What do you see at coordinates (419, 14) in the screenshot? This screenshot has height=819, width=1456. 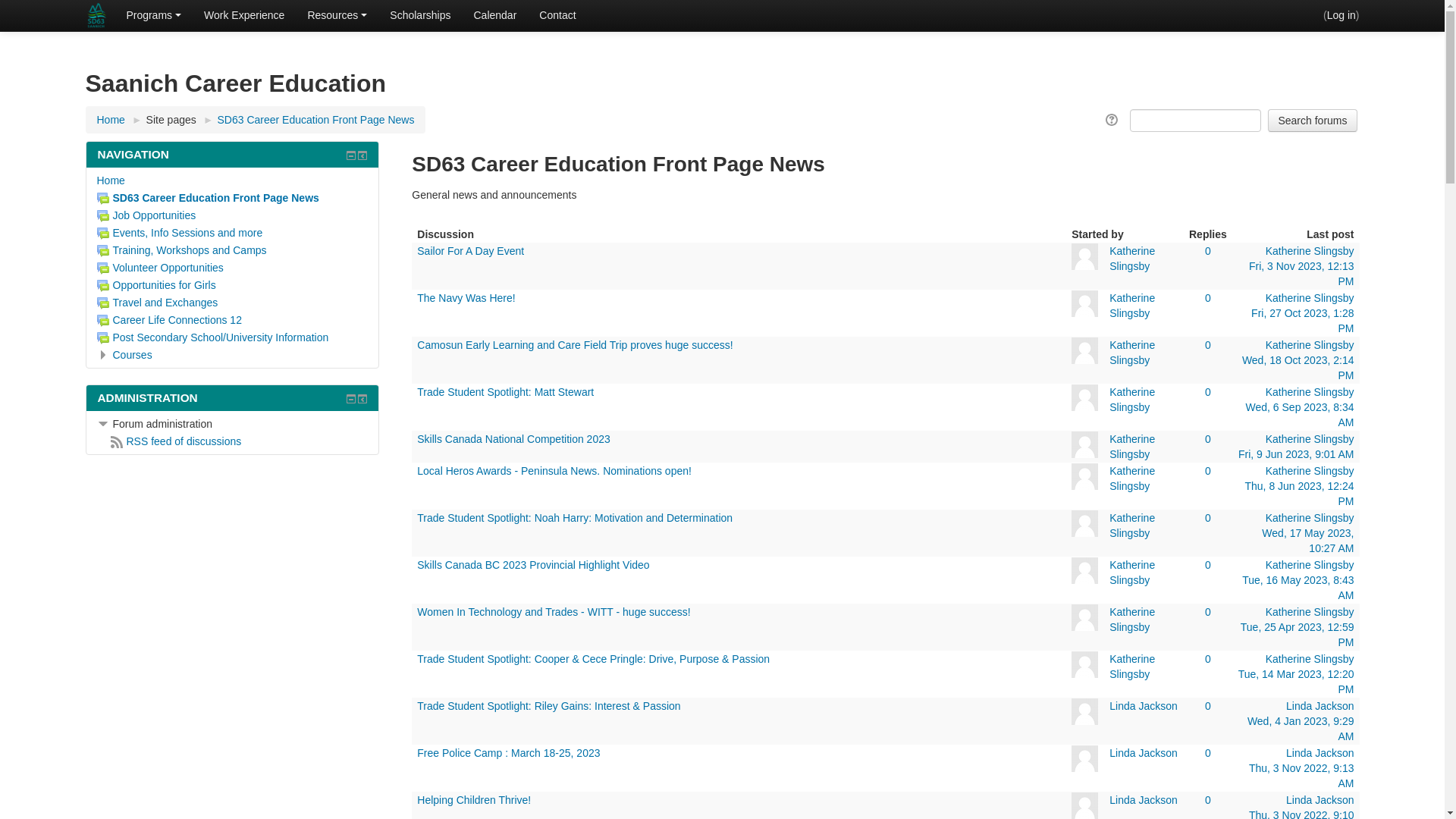 I see `'Scholarships'` at bounding box center [419, 14].